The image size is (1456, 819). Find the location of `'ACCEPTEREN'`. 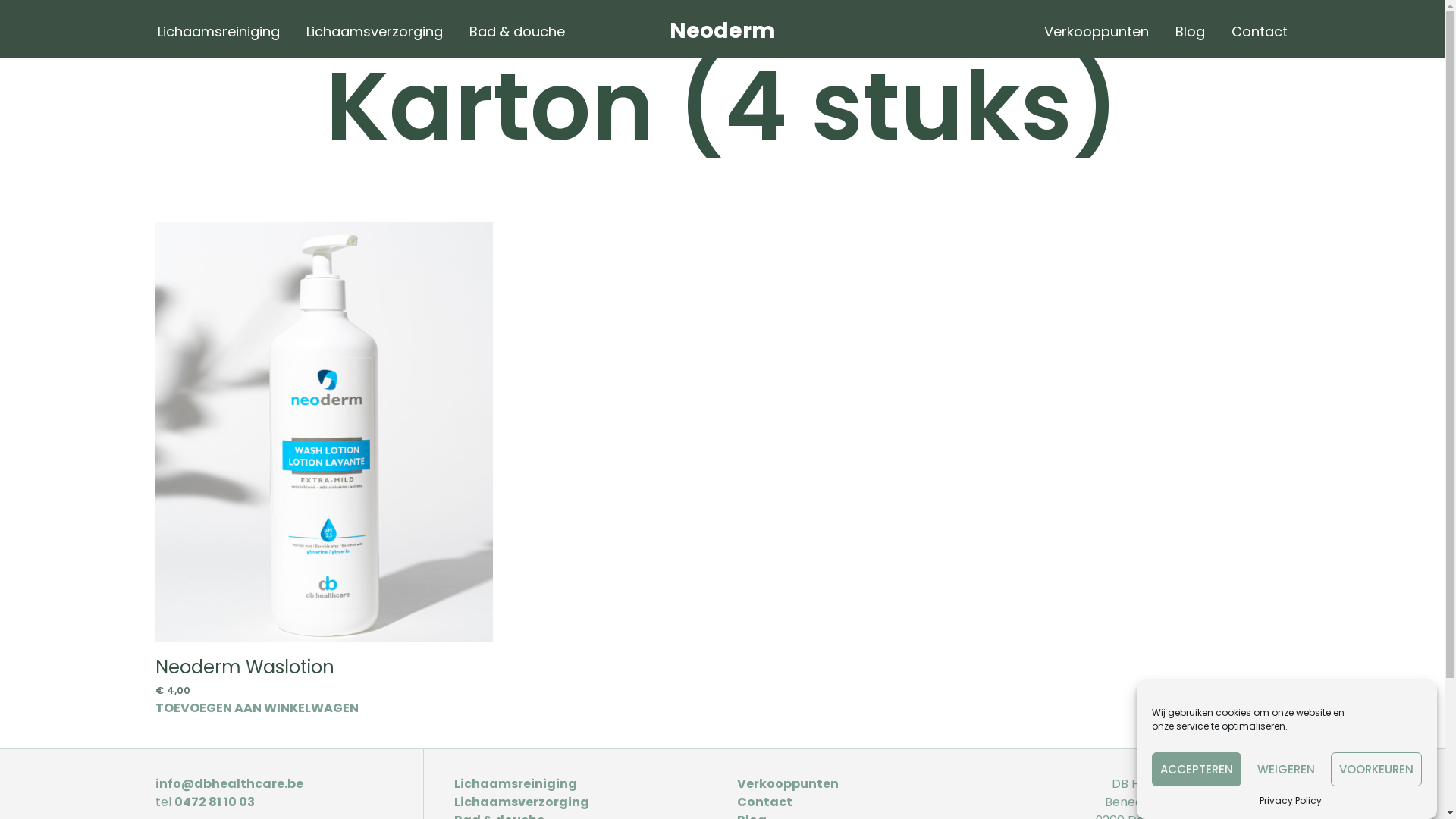

'ACCEPTEREN' is located at coordinates (1196, 769).